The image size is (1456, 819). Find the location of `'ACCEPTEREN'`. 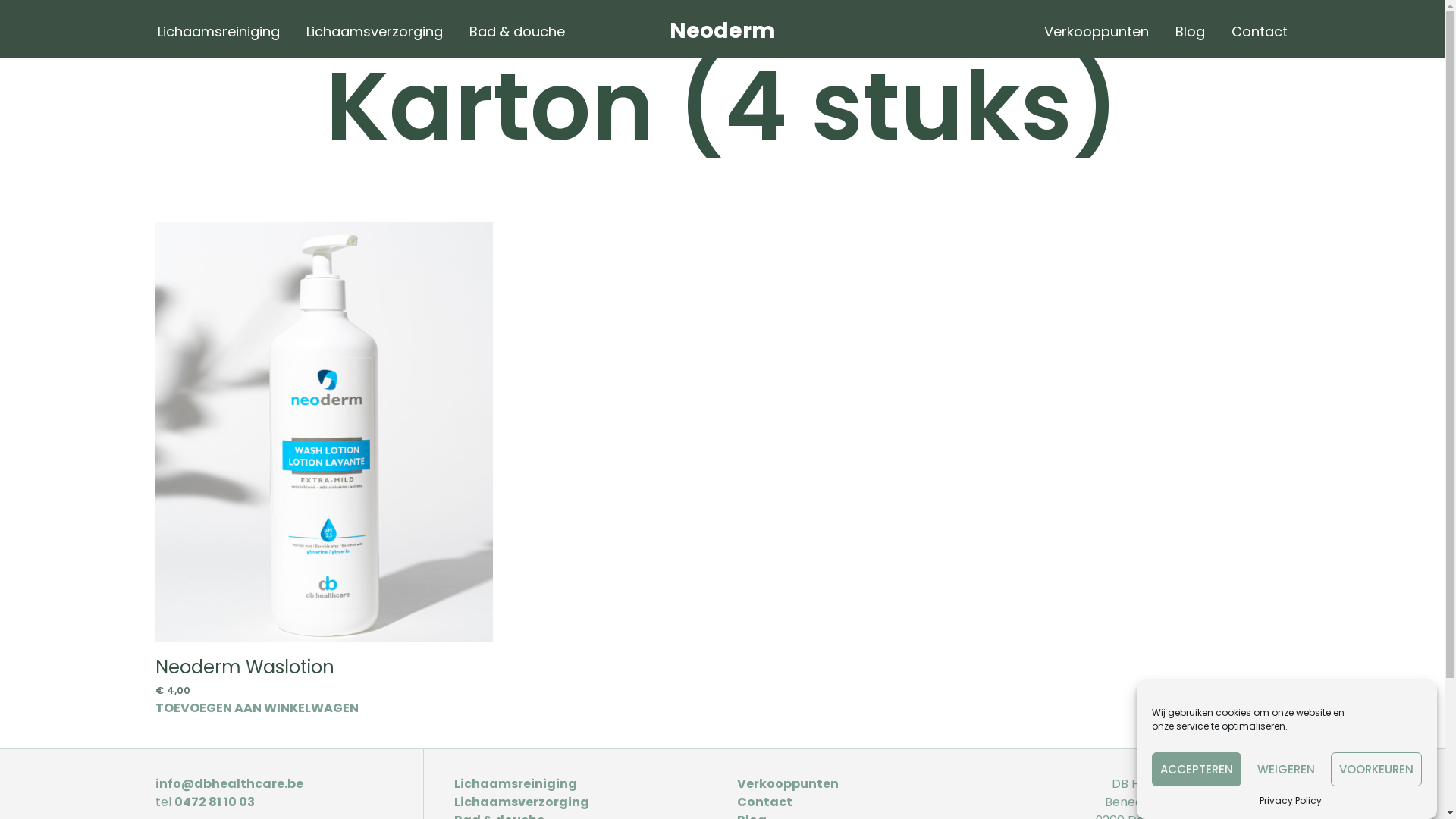

'ACCEPTEREN' is located at coordinates (1196, 769).